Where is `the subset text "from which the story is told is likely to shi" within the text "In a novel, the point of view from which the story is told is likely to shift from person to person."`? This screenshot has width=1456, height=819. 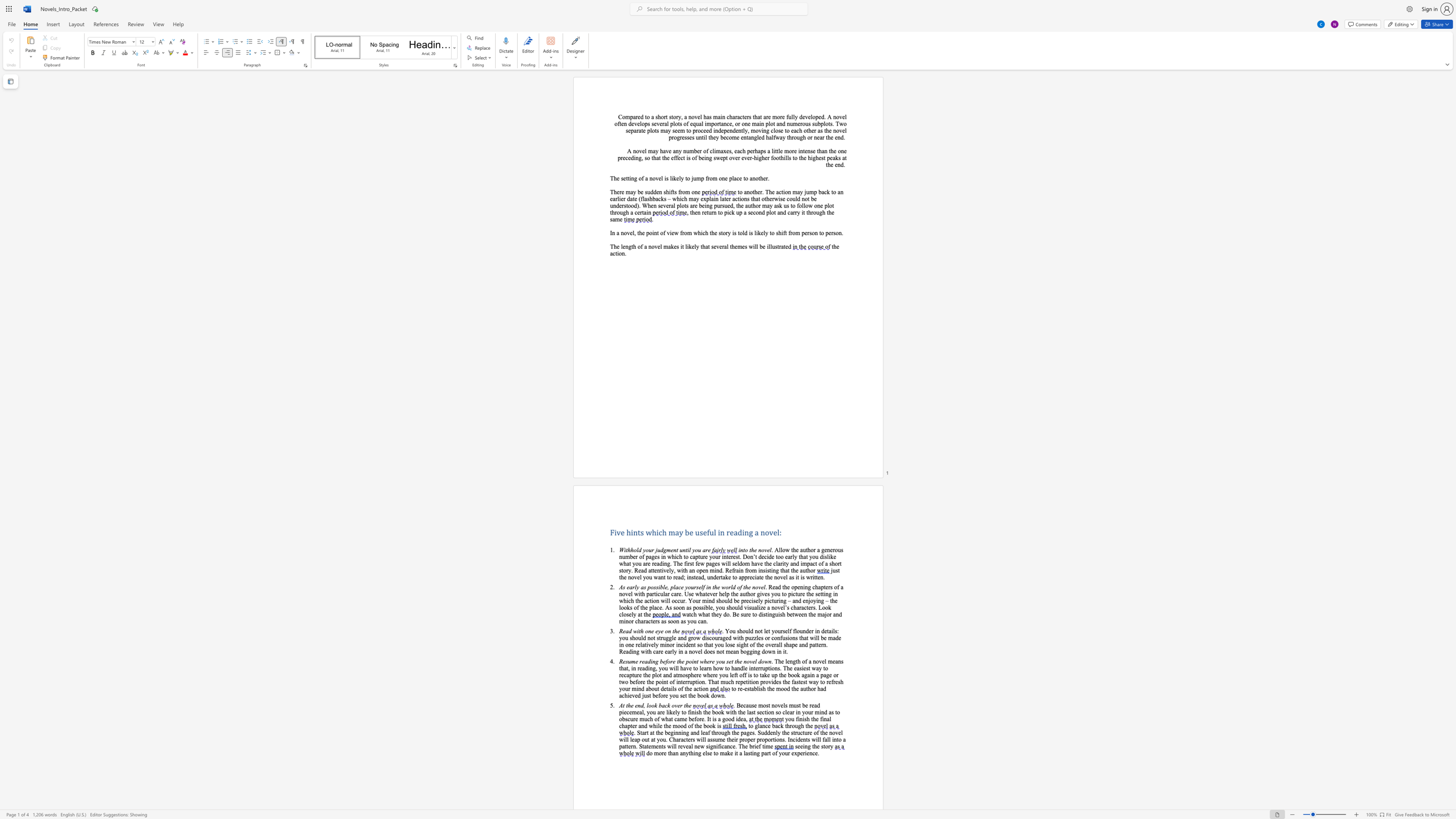
the subset text "from which the story is told is likely to shi" within the text "In a novel, the point of view from which the story is told is likely to shift from person to person." is located at coordinates (680, 232).